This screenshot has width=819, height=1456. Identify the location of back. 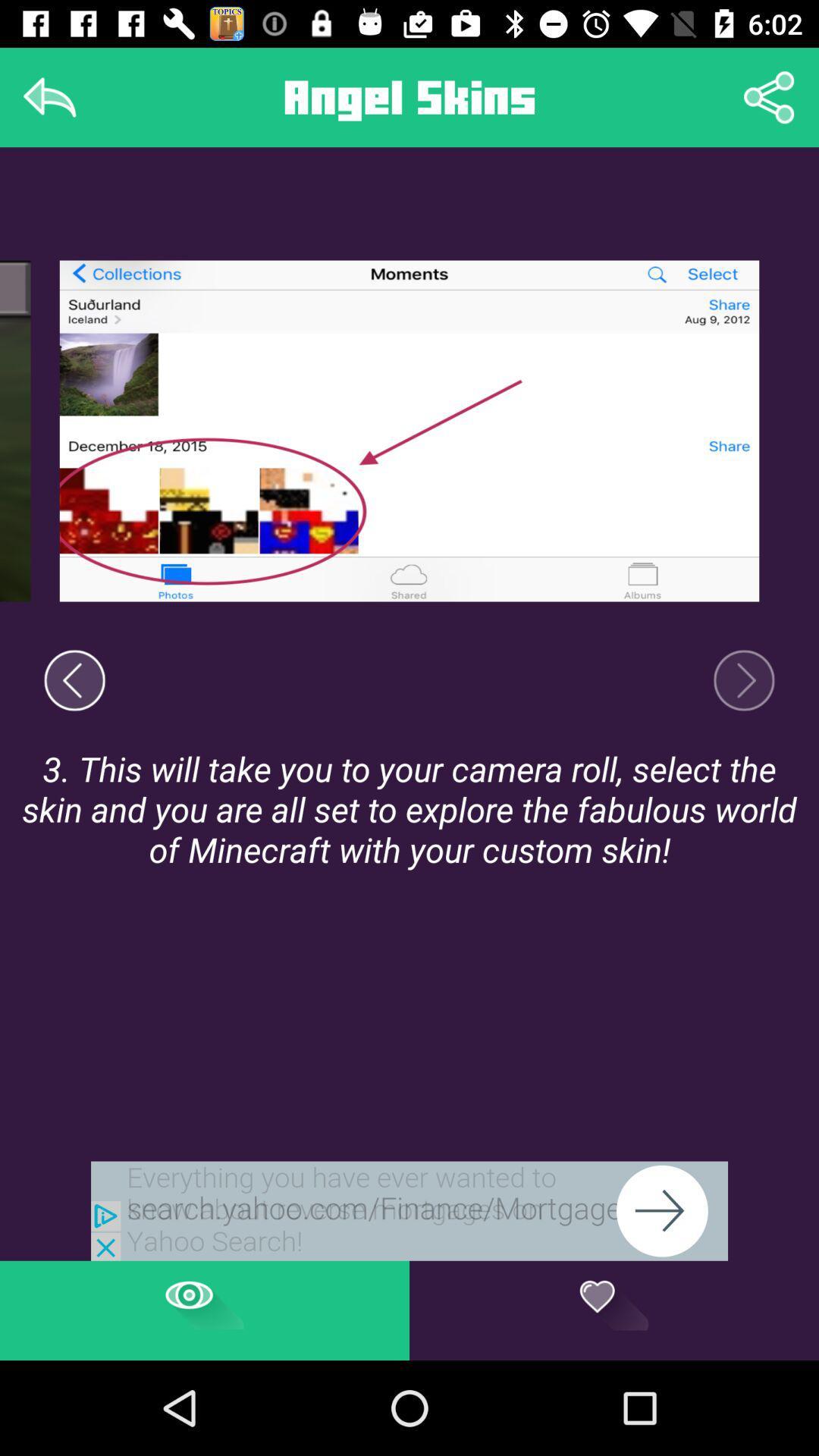
(49, 96).